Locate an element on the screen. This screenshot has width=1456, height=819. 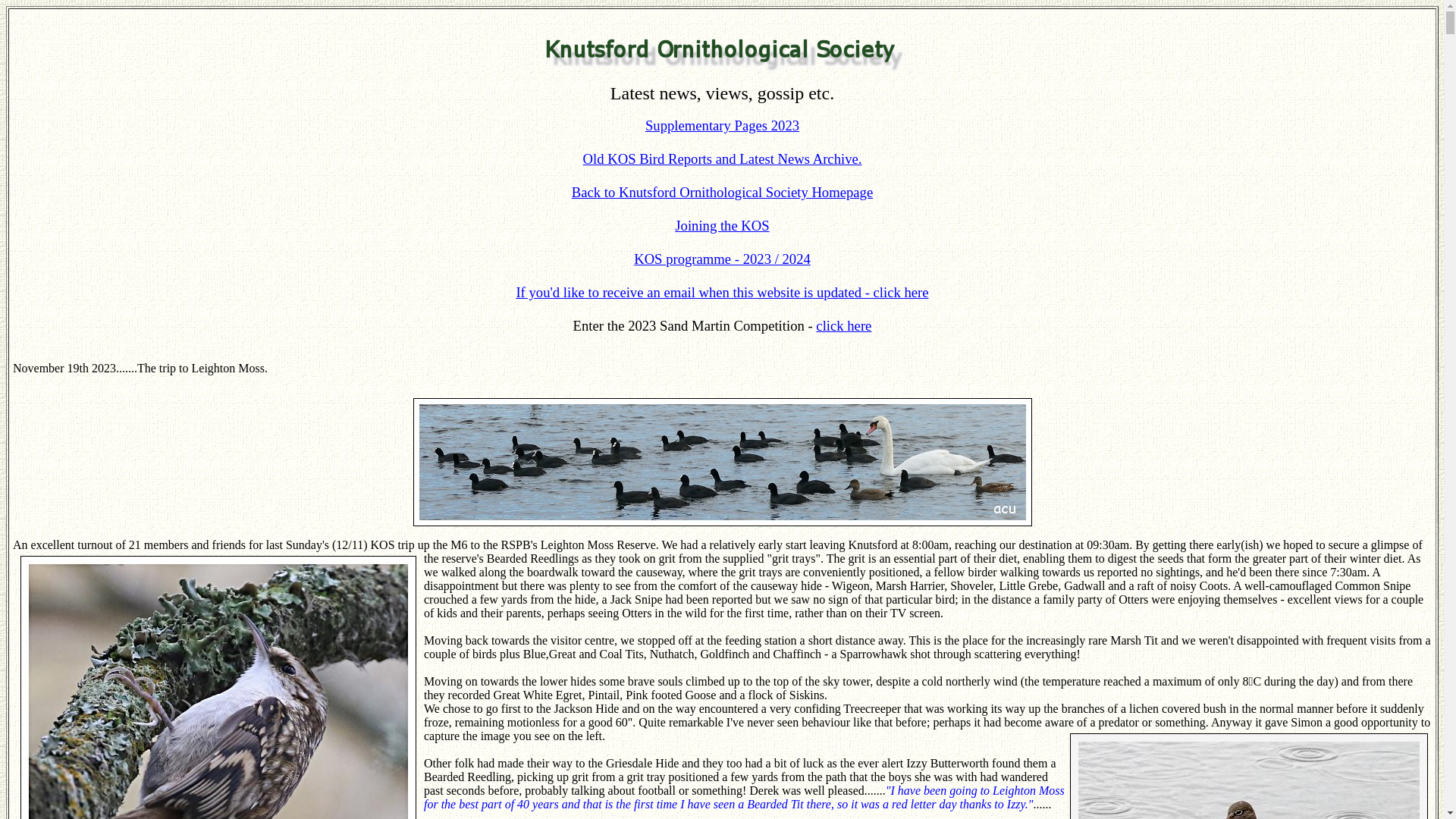
'click here' is located at coordinates (843, 325).